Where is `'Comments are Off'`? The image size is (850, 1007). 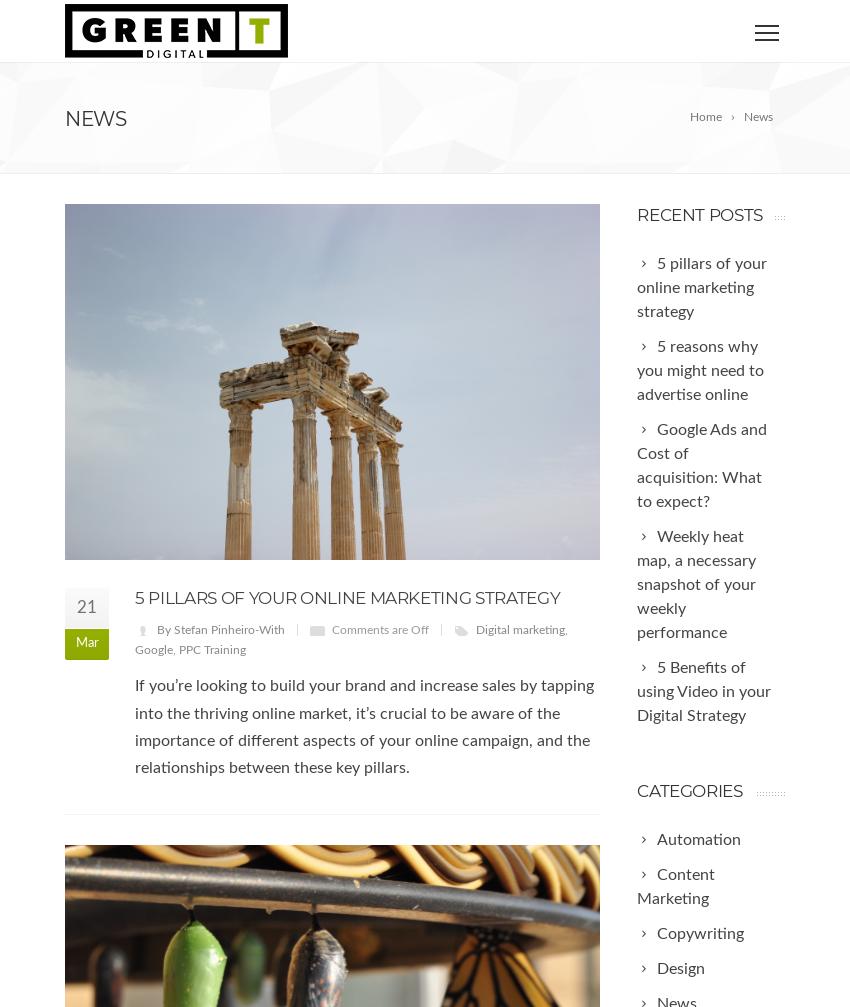 'Comments are Off' is located at coordinates (379, 628).